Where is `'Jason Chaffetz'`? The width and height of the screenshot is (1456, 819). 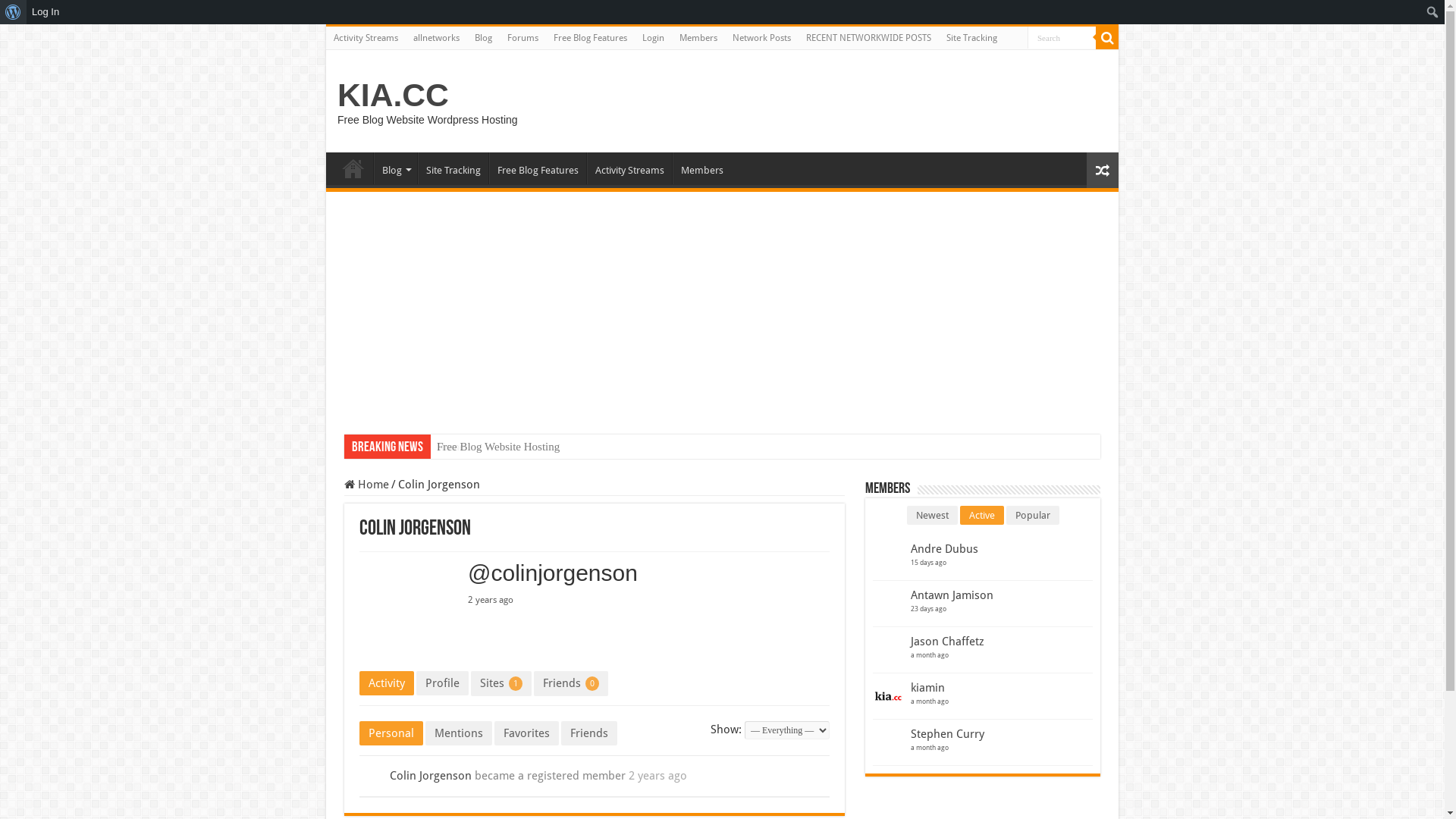
'Jason Chaffetz' is located at coordinates (946, 641).